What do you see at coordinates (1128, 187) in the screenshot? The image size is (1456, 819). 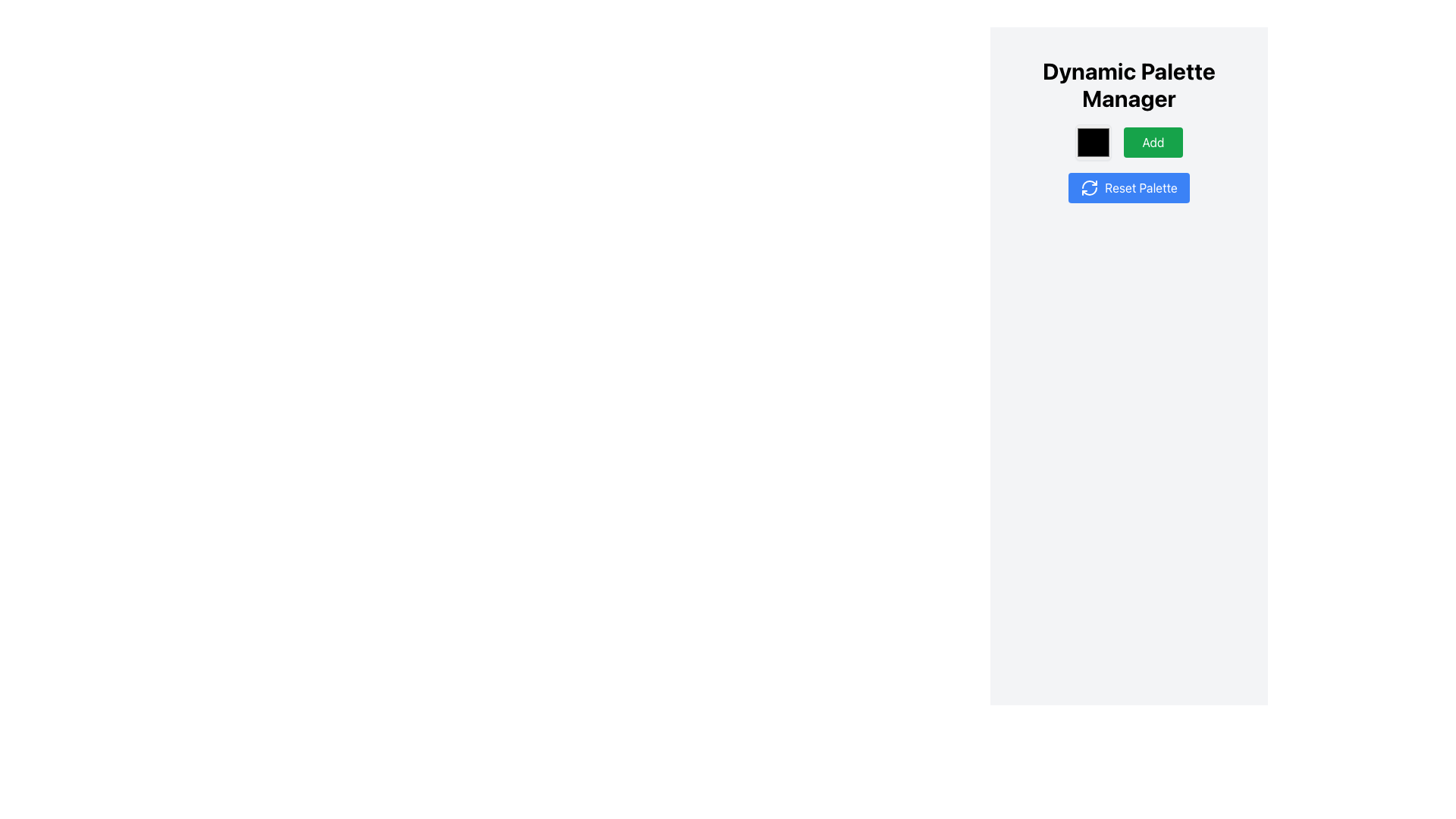 I see `the reset button located beneath the 'Add' button in the 'Dynamic Palette Manager' to reset the color palette back to its default state` at bounding box center [1128, 187].